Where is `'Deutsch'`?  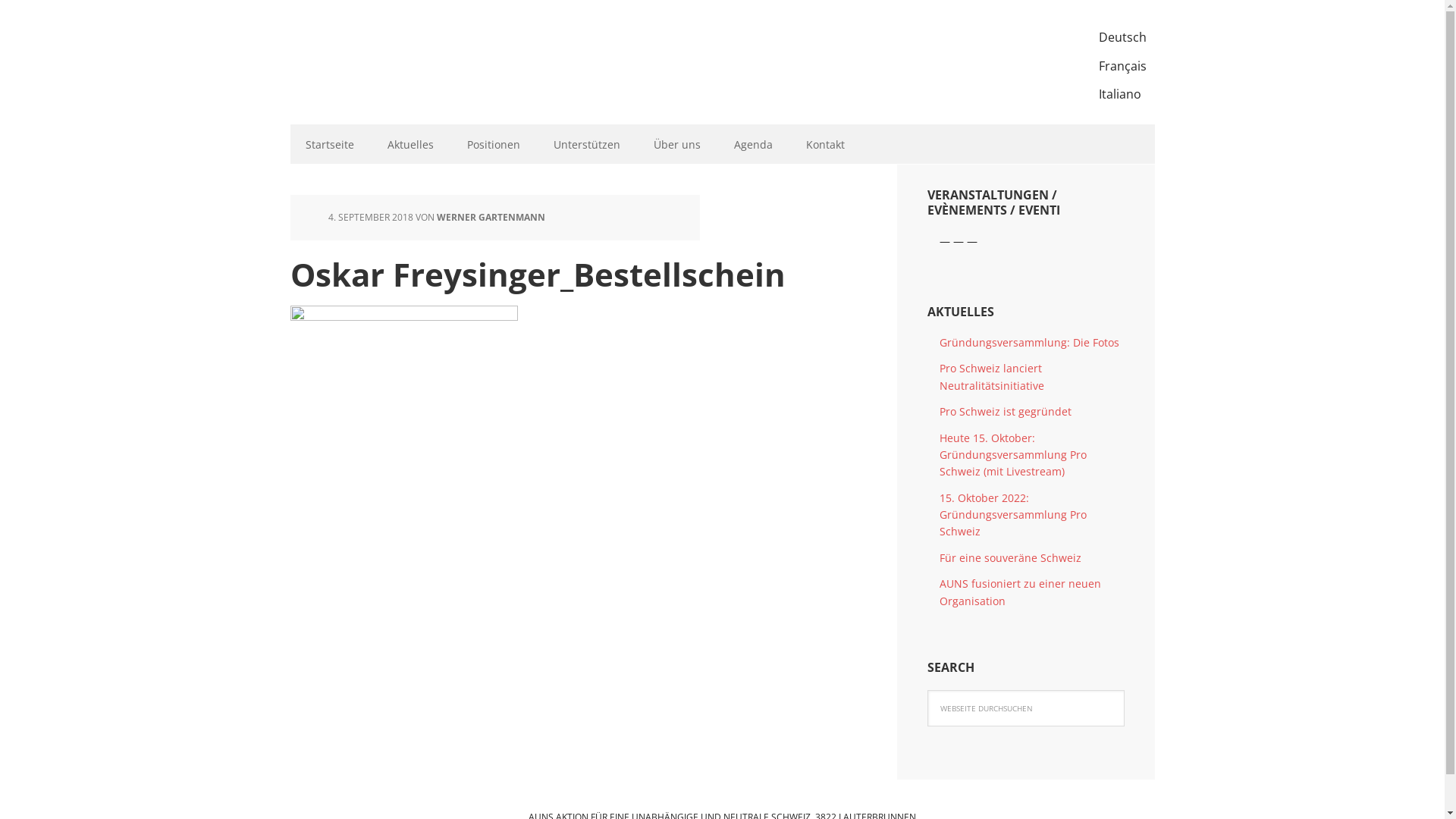 'Deutsch' is located at coordinates (1122, 37).